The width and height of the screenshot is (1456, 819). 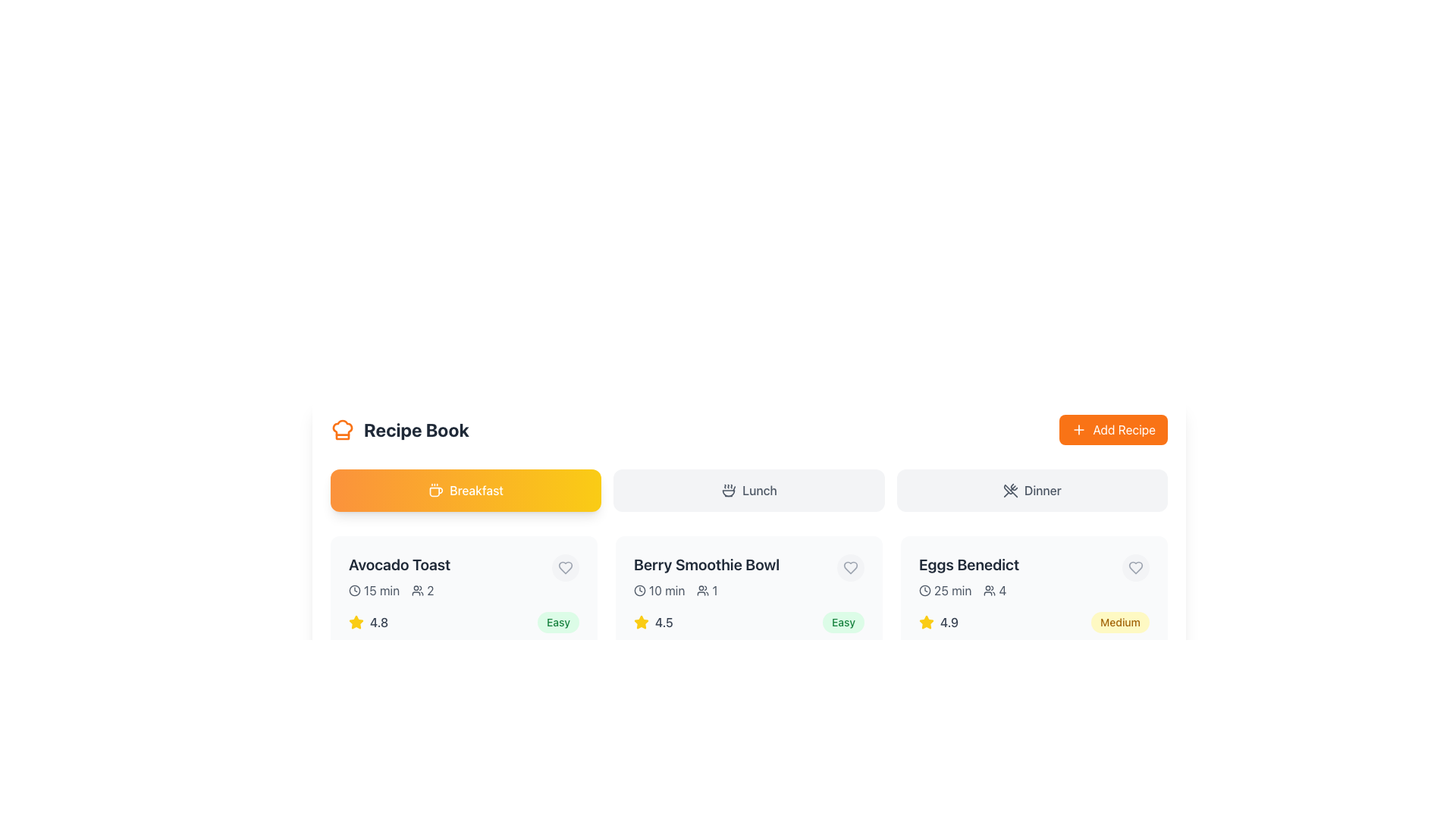 What do you see at coordinates (1078, 430) in the screenshot?
I see `the icon within the 'Add Recipe' button, which visually indicates the action of adding a new recipe, located at the upper-right corner of the interface` at bounding box center [1078, 430].